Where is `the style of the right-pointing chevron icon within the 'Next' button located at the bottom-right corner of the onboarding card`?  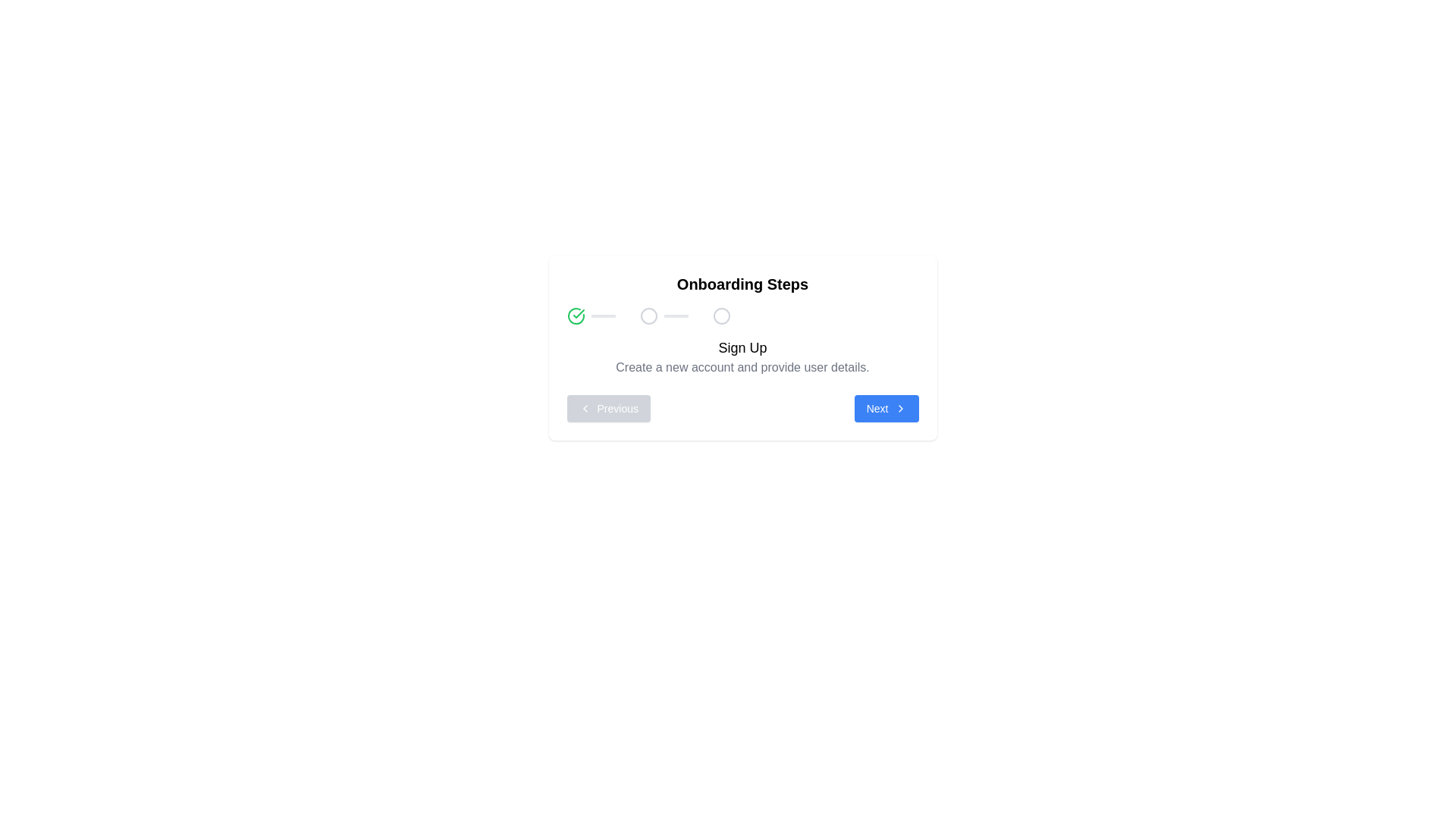
the style of the right-pointing chevron icon within the 'Next' button located at the bottom-right corner of the onboarding card is located at coordinates (900, 408).